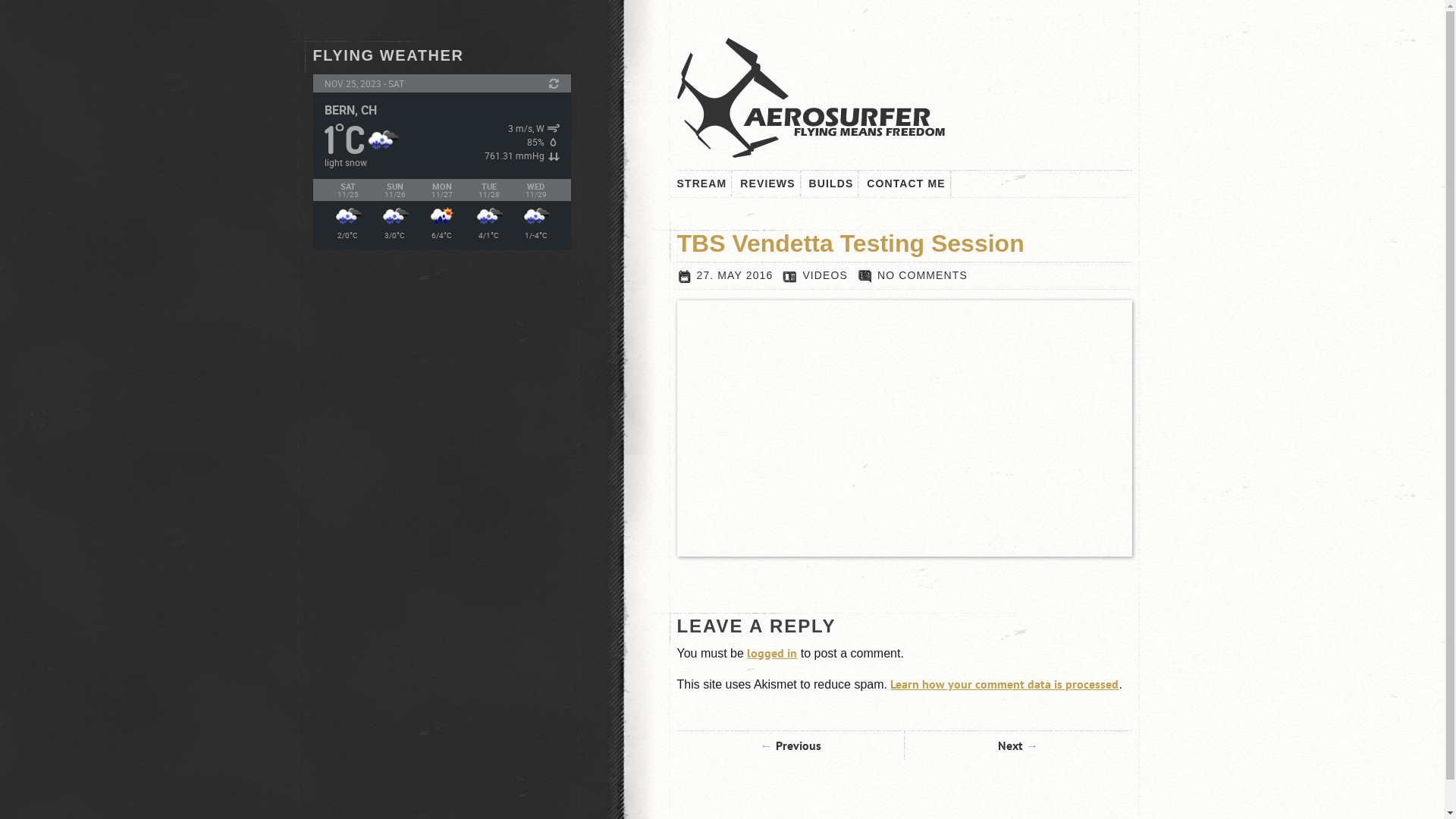  Describe the element at coordinates (676, 183) in the screenshot. I see `'STREAM'` at that location.